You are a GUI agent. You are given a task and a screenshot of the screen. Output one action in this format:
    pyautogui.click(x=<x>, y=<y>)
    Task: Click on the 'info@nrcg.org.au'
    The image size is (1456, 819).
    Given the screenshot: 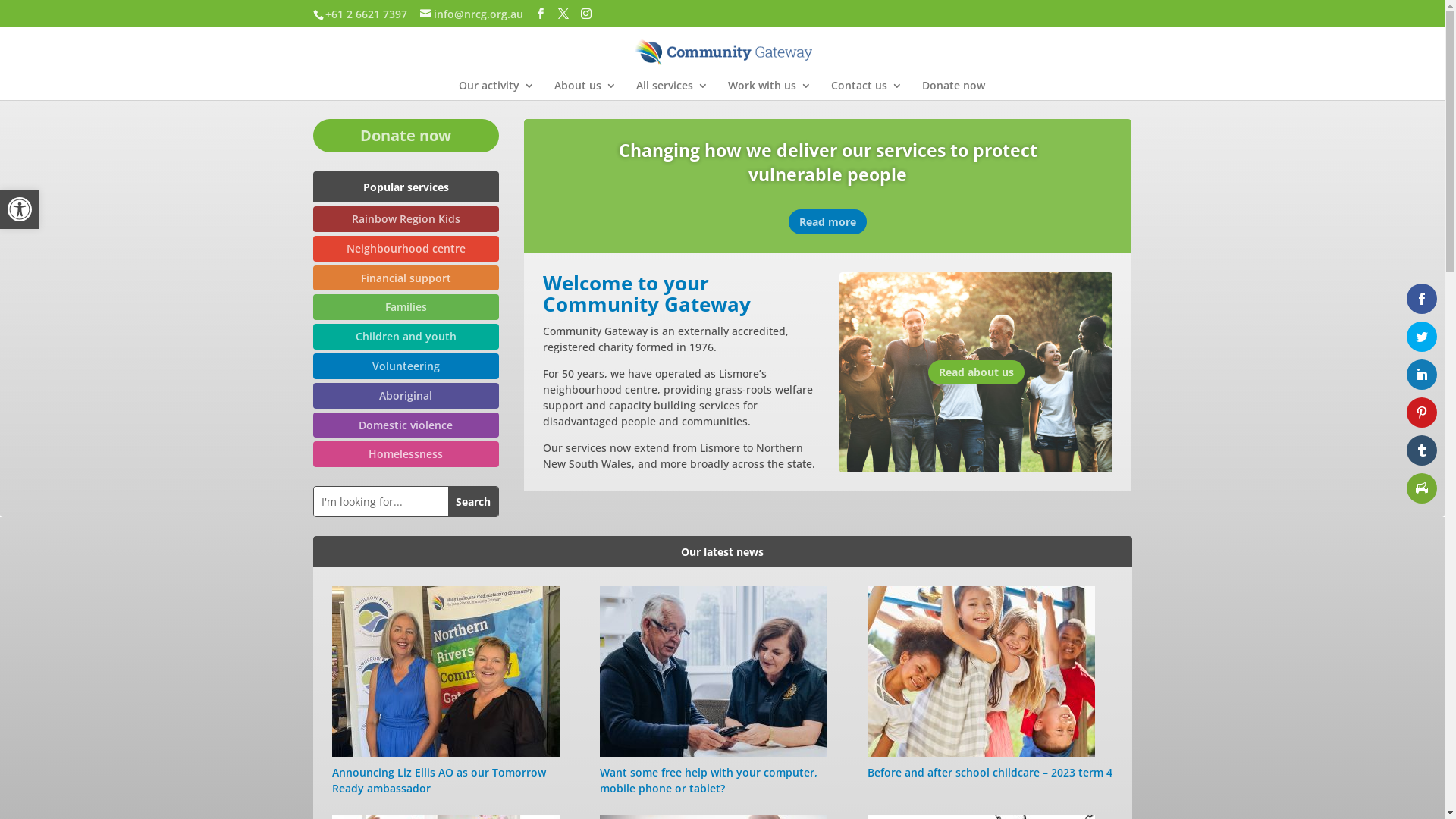 What is the action you would take?
    pyautogui.click(x=471, y=13)
    